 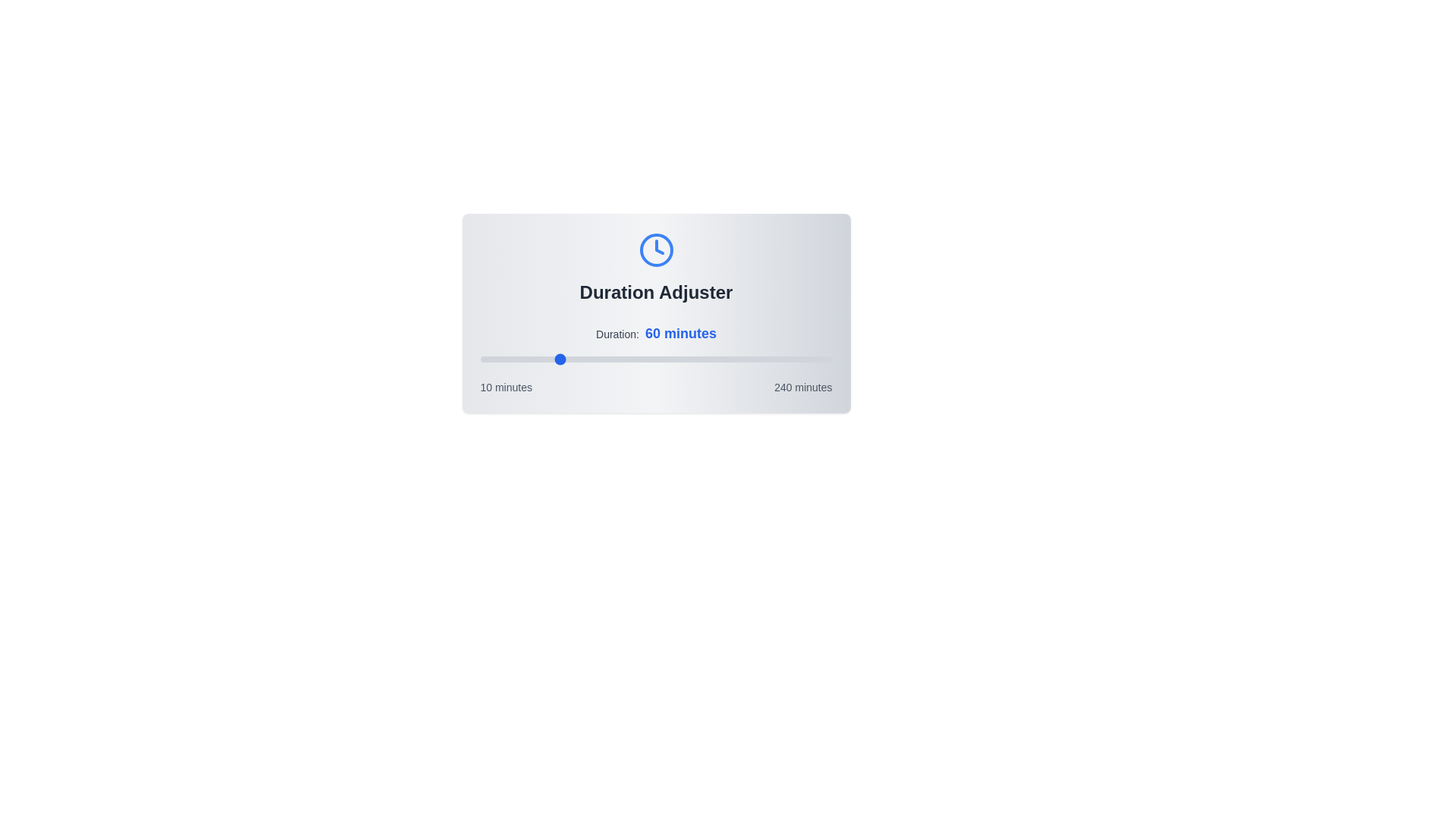 What do you see at coordinates (749, 359) in the screenshot?
I see `the duration slider to 186 minutes` at bounding box center [749, 359].